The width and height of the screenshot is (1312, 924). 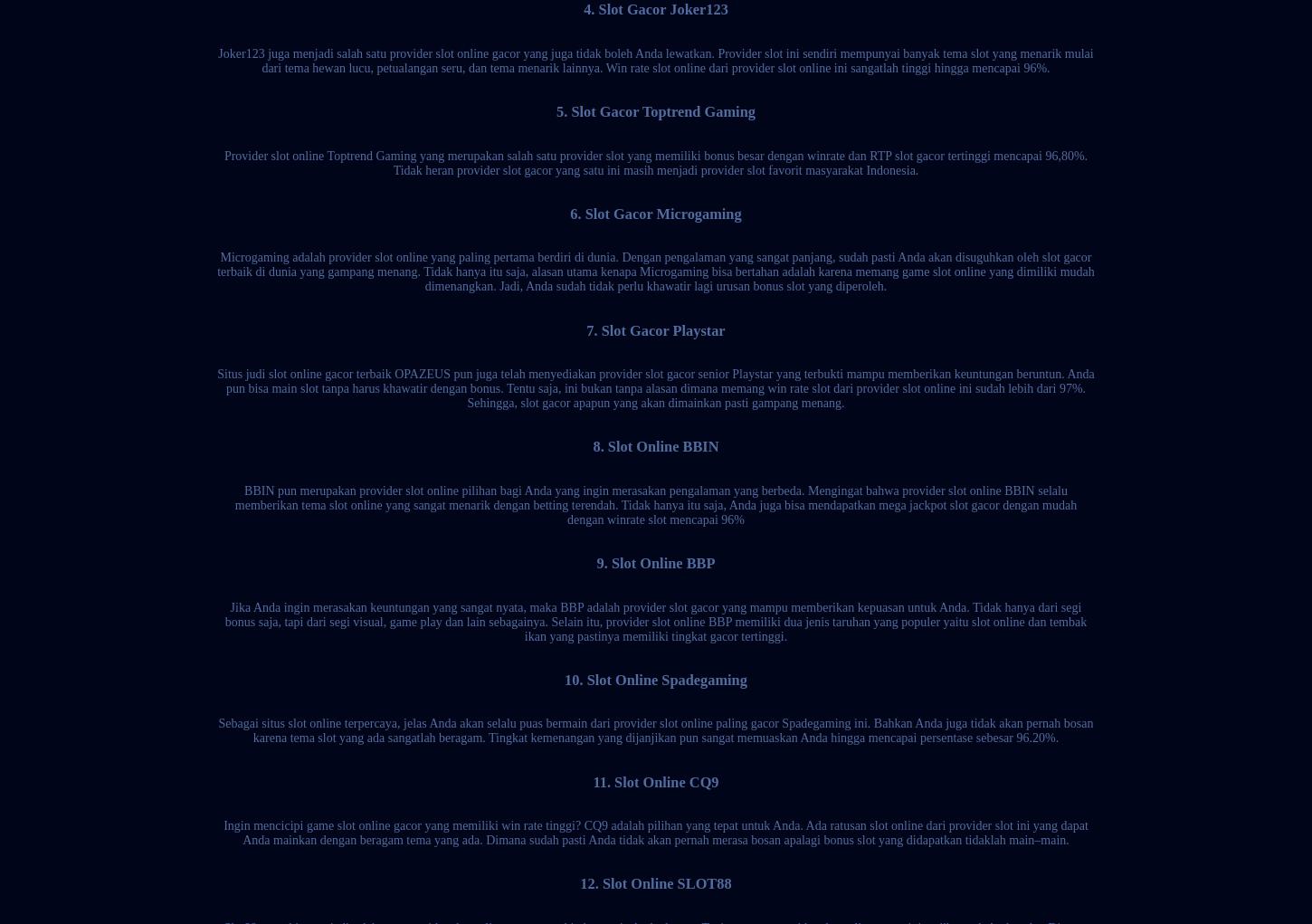 I want to click on 'Jika Anda ingin merasakan keuntungan yang sangat nyata, maka BBP adalah provider slot gacor yang mampu memberikan kepuasan untuk Anda. Tidak hanya dari segi bonus saja, tapi dari segi visual, game play dan lain sebagainya. Selain itu, provider slot online BBP memiliki dua jenis taruhan yang populer yaitu slot online dan tembak ikan yang pastinya memiliki tingkat gacor tertinggi.', so click(x=223, y=621).